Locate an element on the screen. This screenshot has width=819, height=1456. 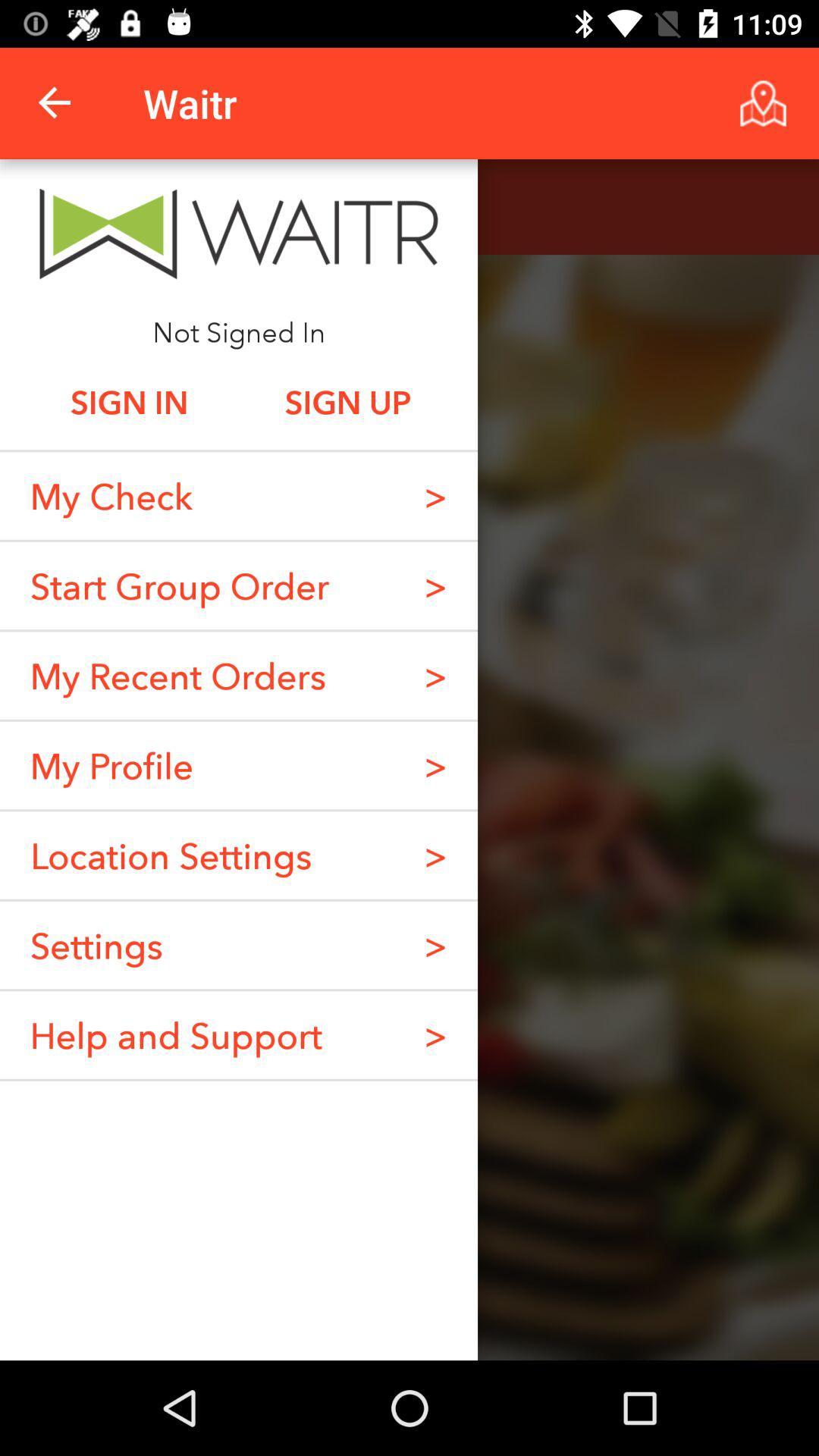
the item below the sign up is located at coordinates (435, 495).